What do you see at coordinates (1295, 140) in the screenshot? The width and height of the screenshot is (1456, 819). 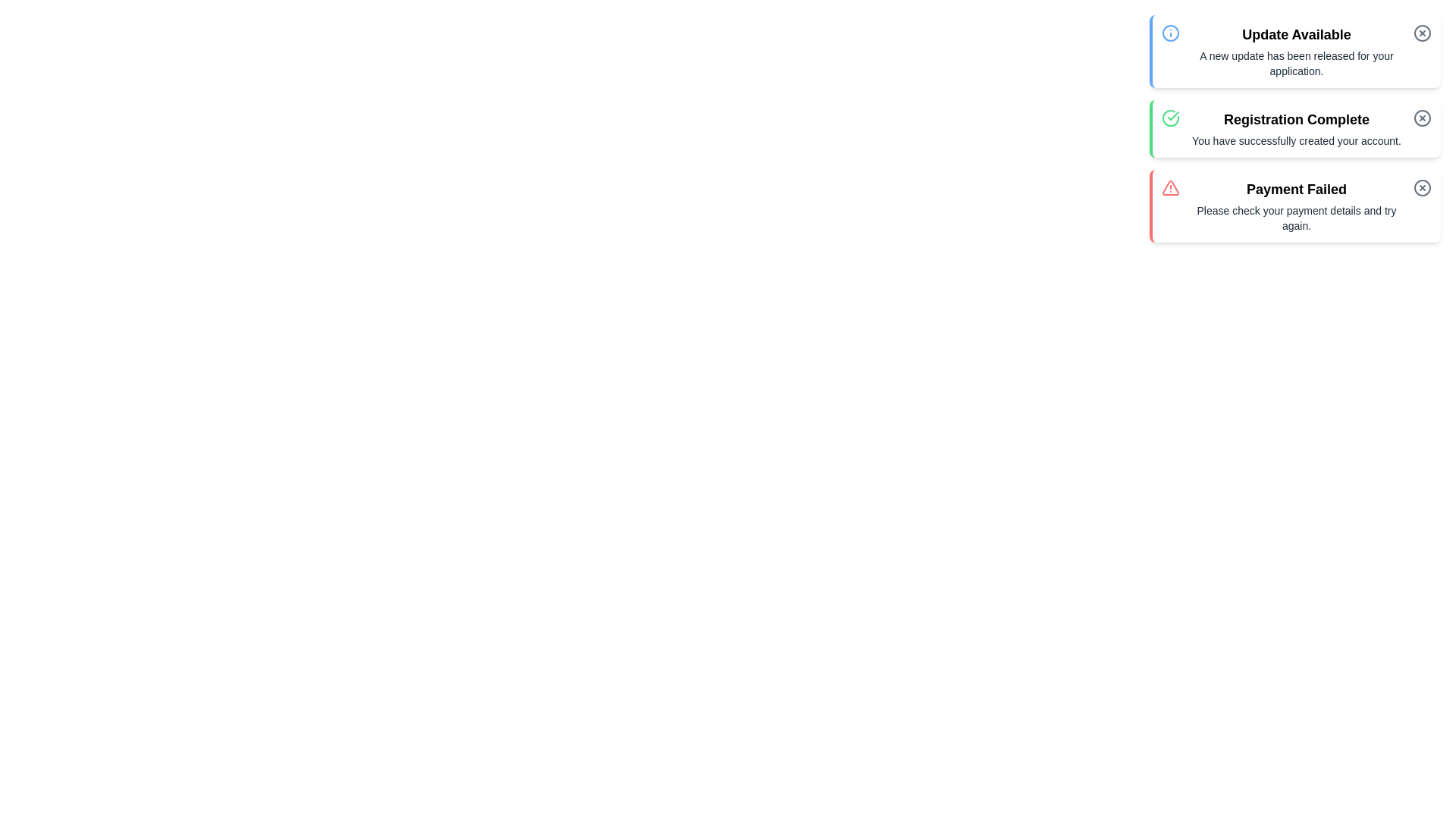 I see `the text label that reads 'You have successfully created your account.' which is positioned below the 'Registration Complete' title within a notification card` at bounding box center [1295, 140].